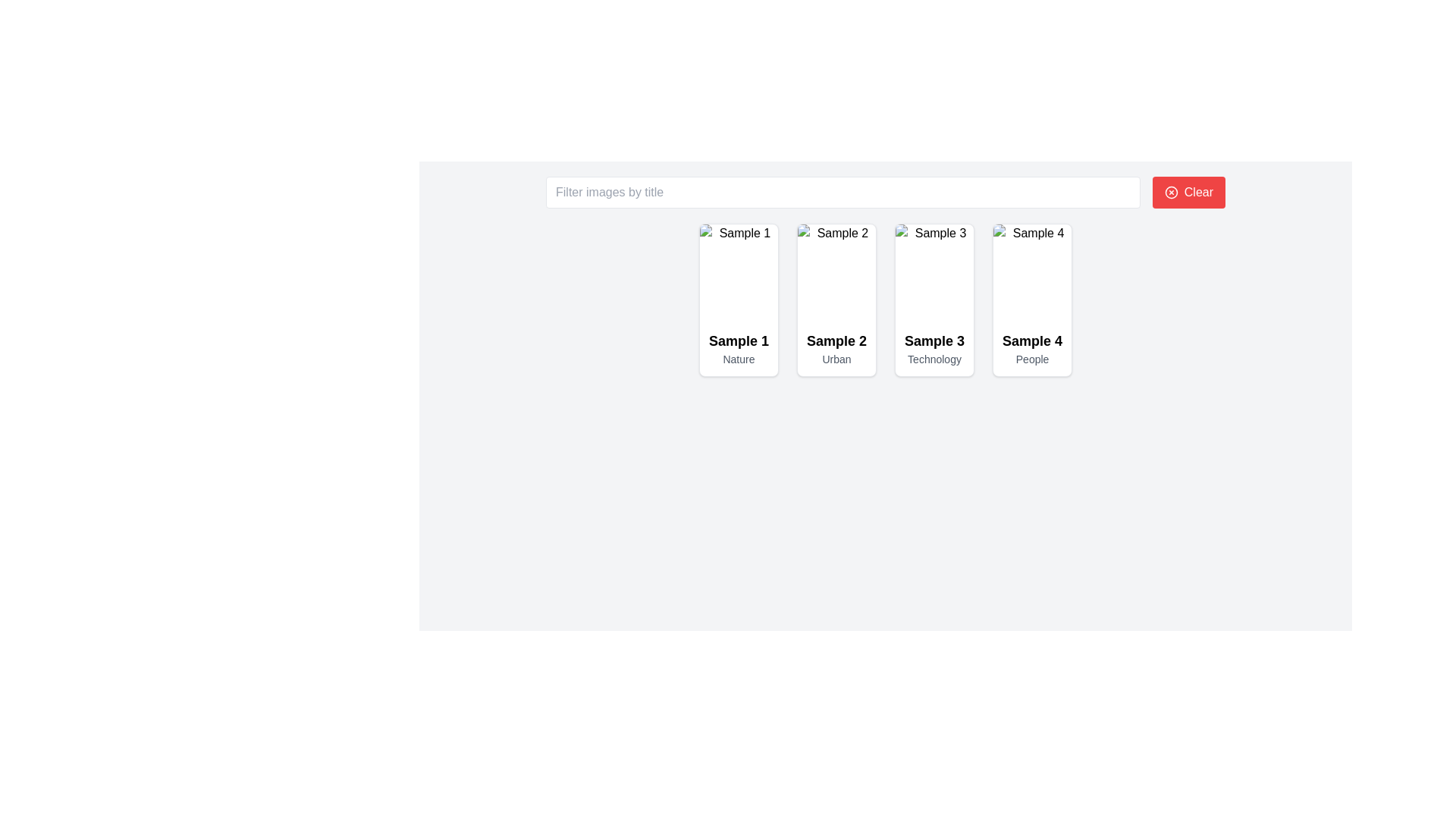 This screenshot has width=1456, height=819. What do you see at coordinates (934, 341) in the screenshot?
I see `title text 'Sample 3' located at the center of the card positioned third in a row of four cards` at bounding box center [934, 341].